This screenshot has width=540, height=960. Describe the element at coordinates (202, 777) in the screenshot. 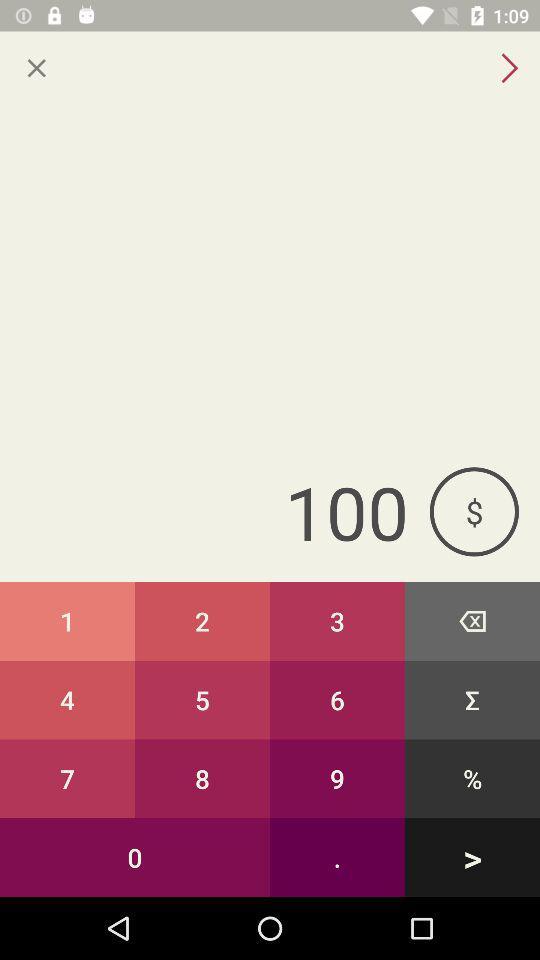

I see `the button to the right of 4 icon` at that location.